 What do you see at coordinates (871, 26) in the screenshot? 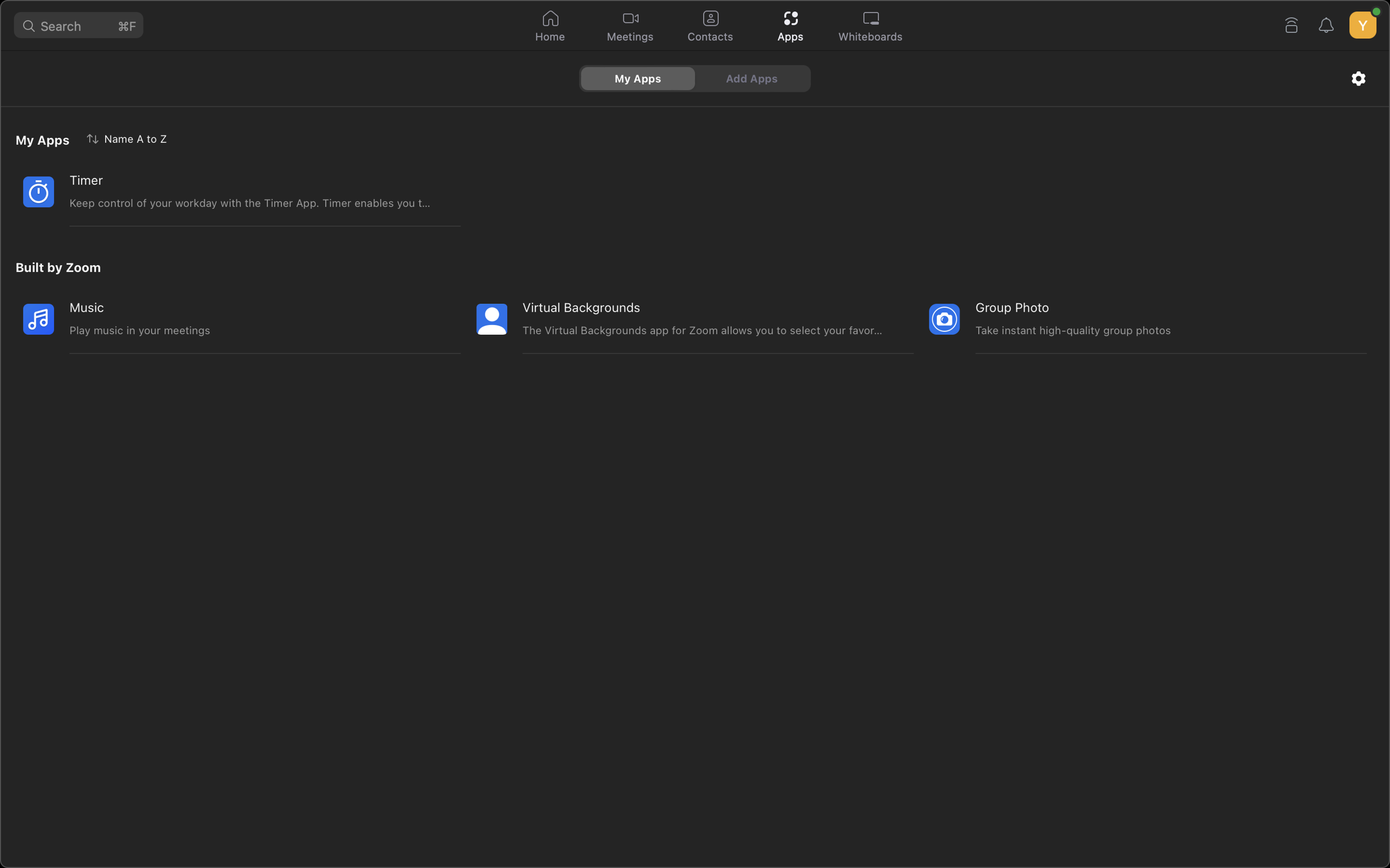
I see `the whiteboard software` at bounding box center [871, 26].